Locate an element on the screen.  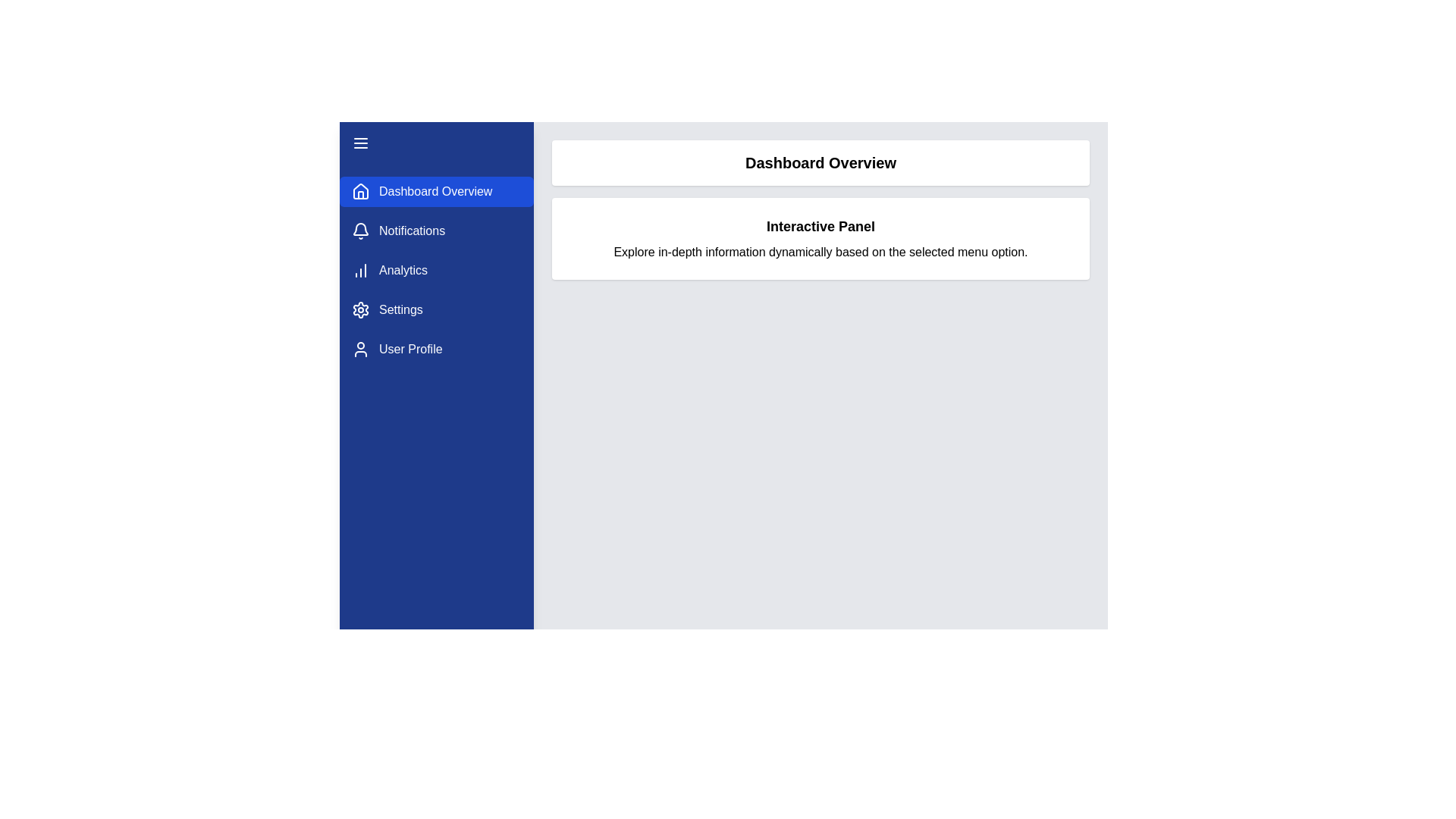
the 'Analytics' menu item in the navigation bar is located at coordinates (436, 270).